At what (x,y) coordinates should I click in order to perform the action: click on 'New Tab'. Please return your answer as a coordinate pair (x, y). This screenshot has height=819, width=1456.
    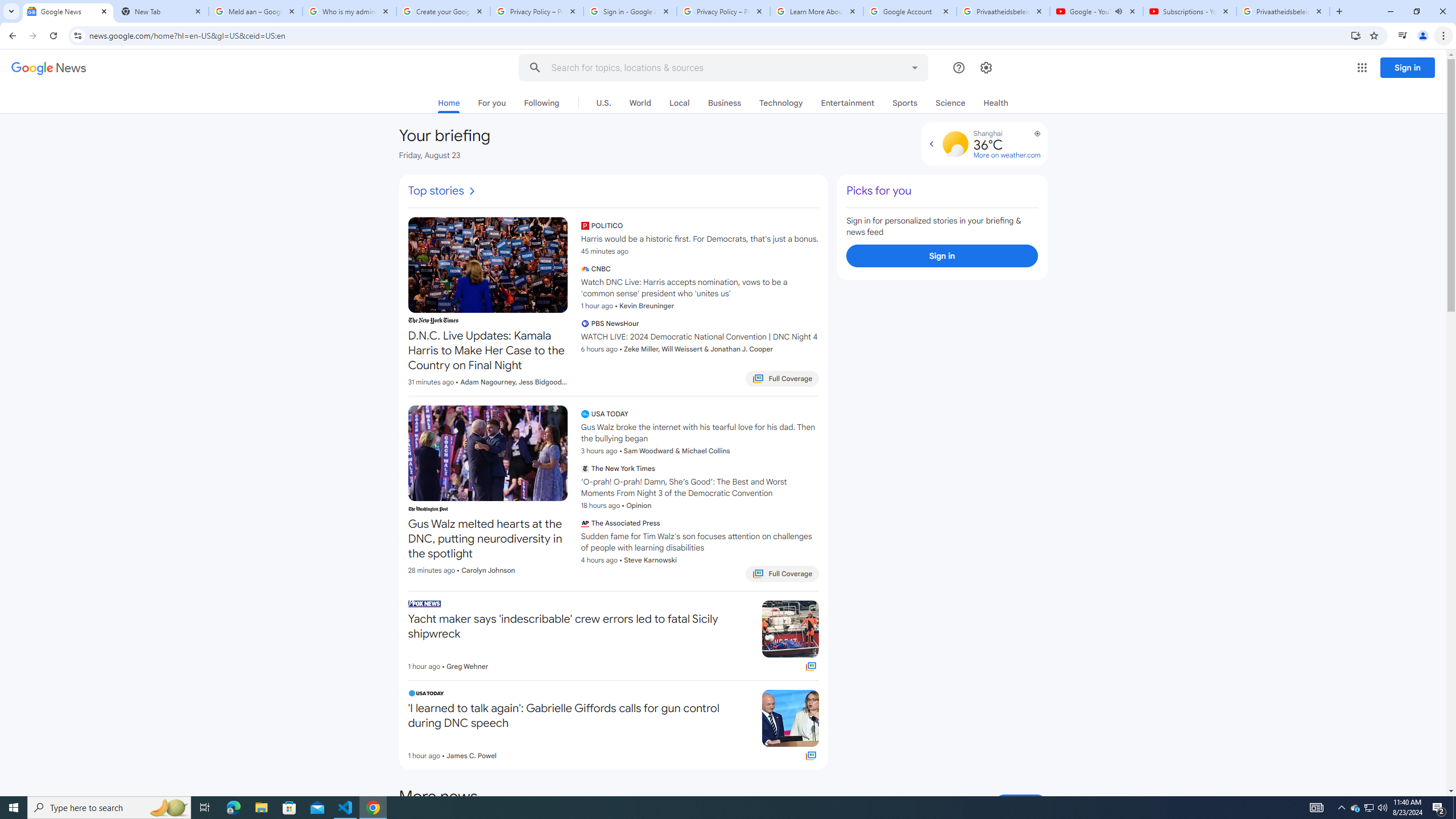
    Looking at the image, I should click on (162, 11).